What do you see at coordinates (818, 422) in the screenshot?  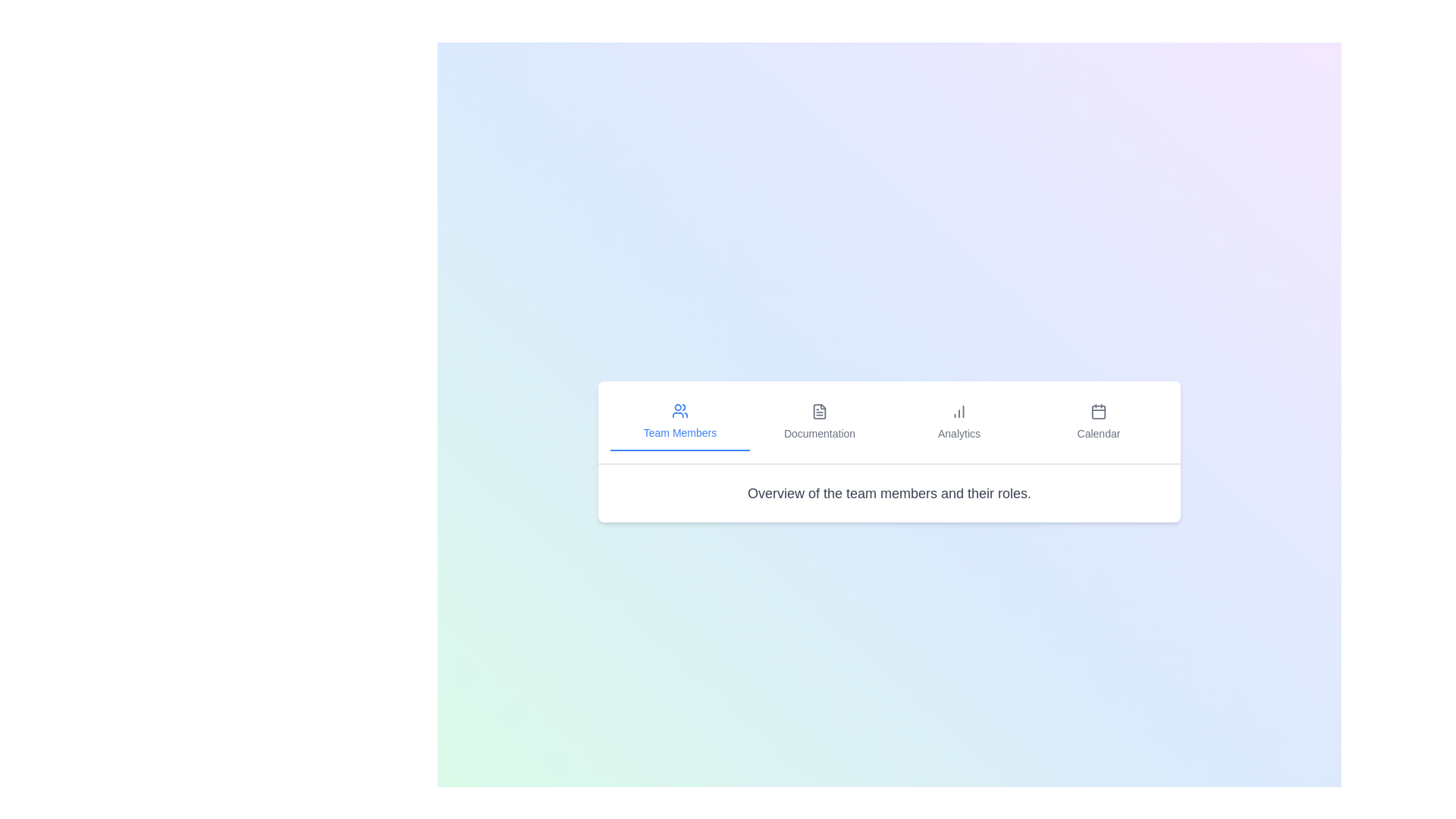 I see `the Documentation tab to view its tooltip` at bounding box center [818, 422].